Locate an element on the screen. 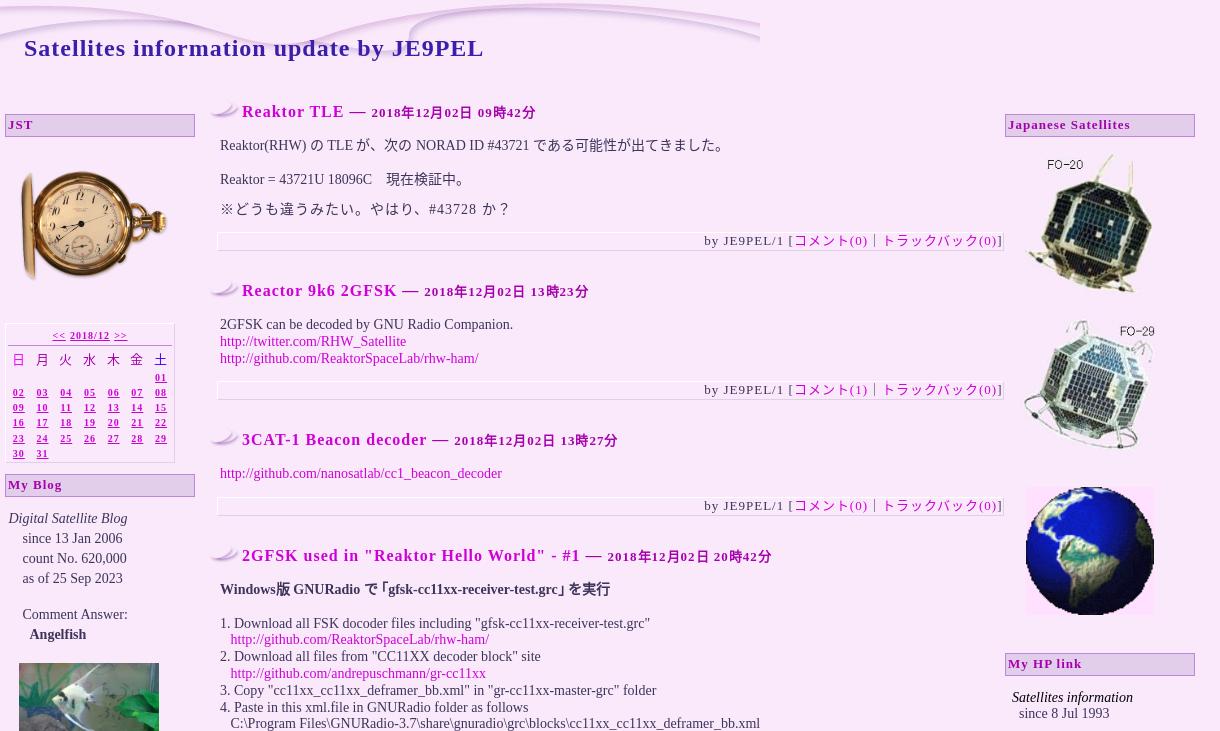 This screenshot has height=731, width=1220. 'Reaktor TLE' is located at coordinates (292, 110).